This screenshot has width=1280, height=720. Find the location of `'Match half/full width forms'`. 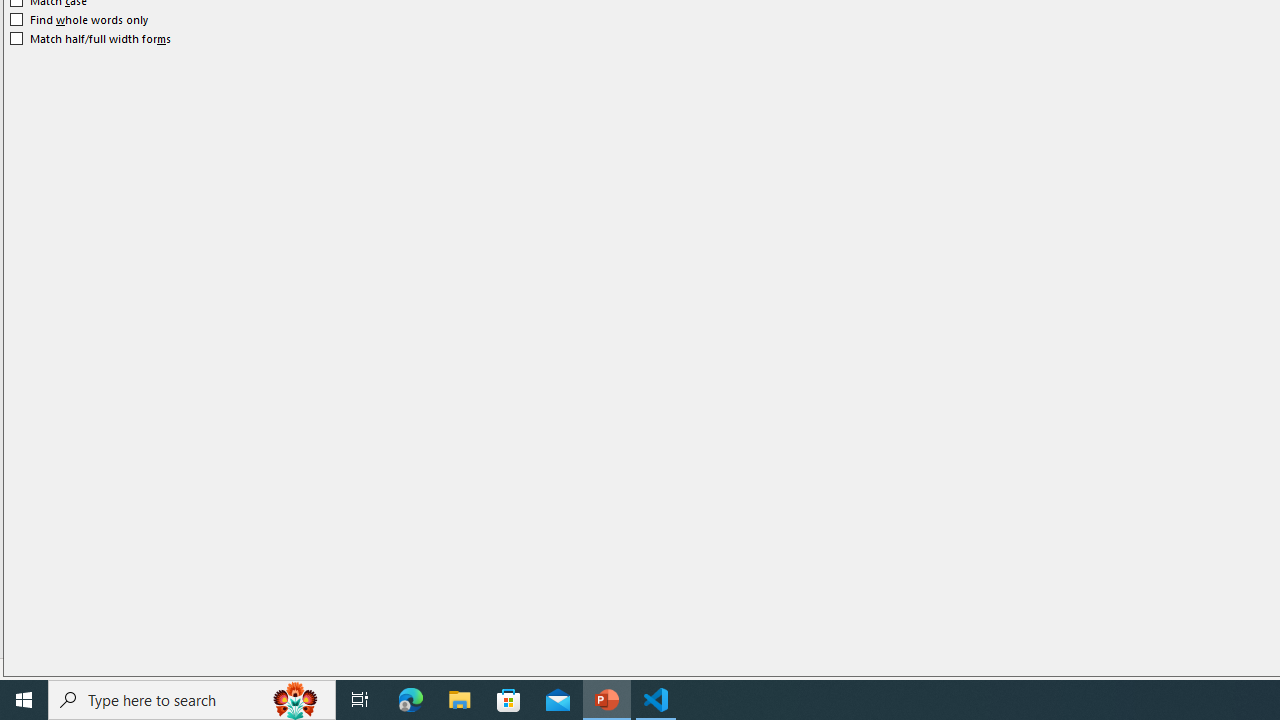

'Match half/full width forms' is located at coordinates (90, 38).